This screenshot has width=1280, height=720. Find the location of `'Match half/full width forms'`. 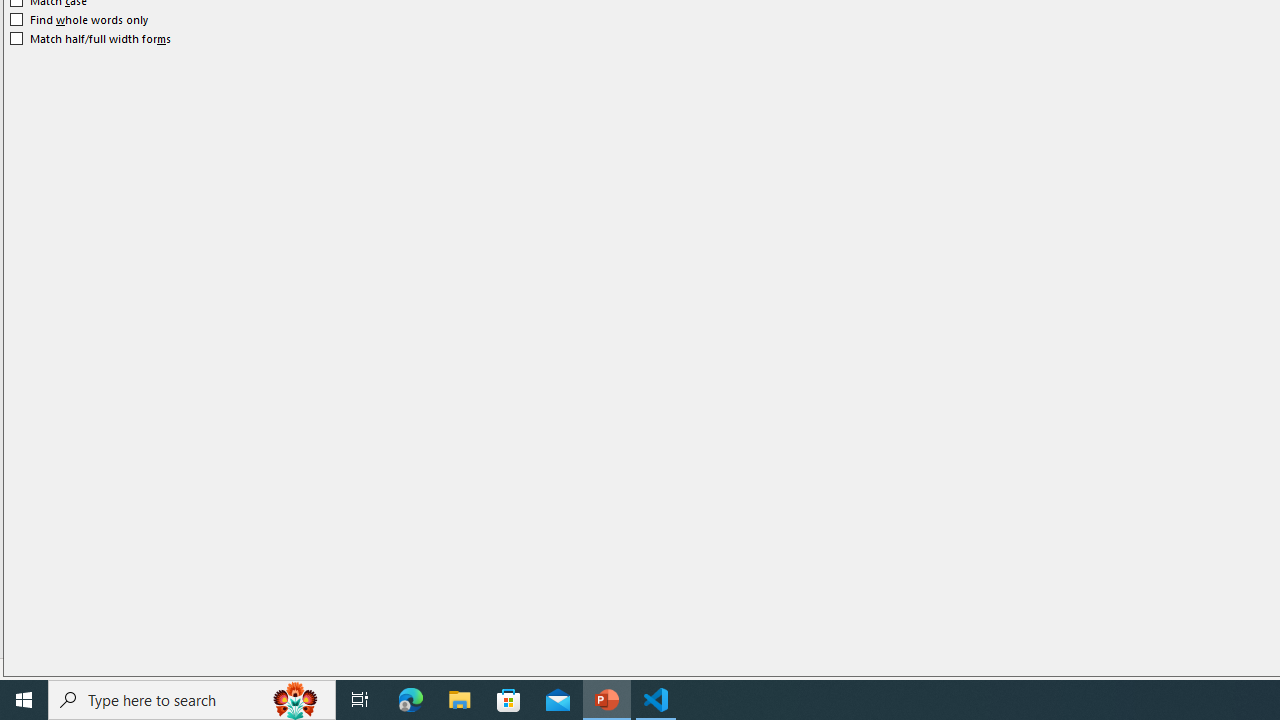

'Match half/full width forms' is located at coordinates (90, 38).